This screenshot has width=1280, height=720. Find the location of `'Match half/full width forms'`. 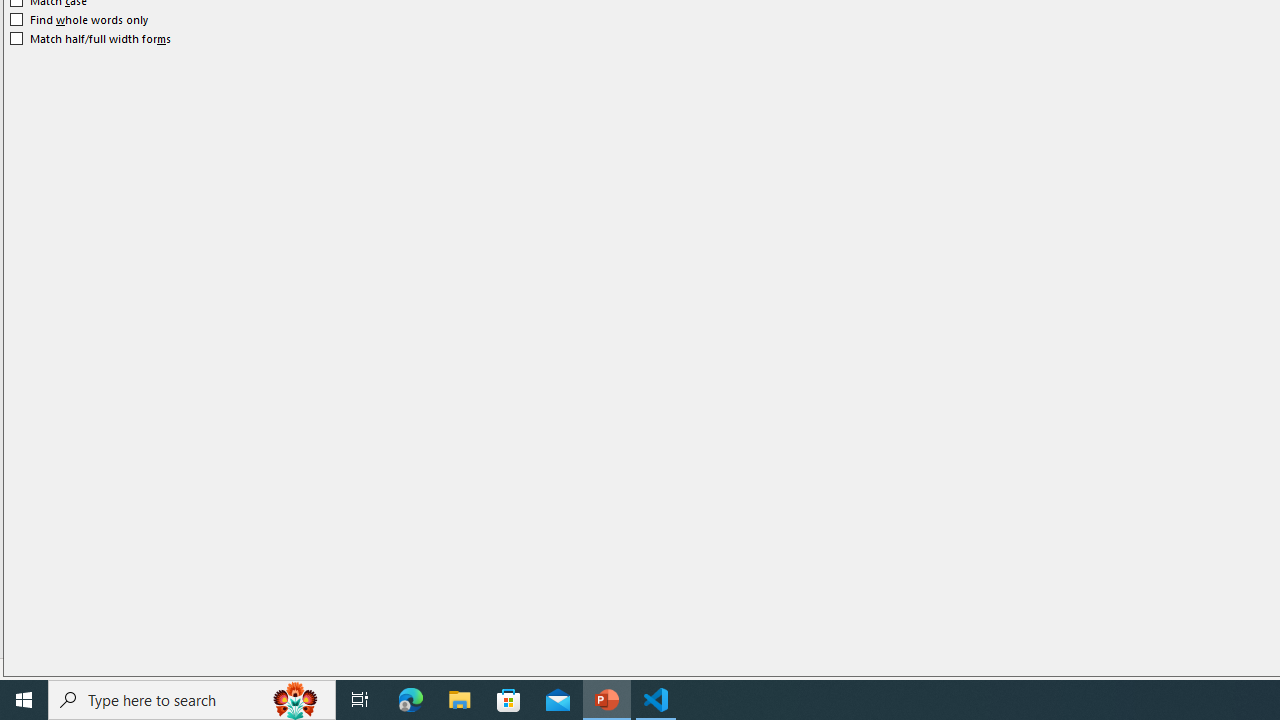

'Match half/full width forms' is located at coordinates (90, 38).